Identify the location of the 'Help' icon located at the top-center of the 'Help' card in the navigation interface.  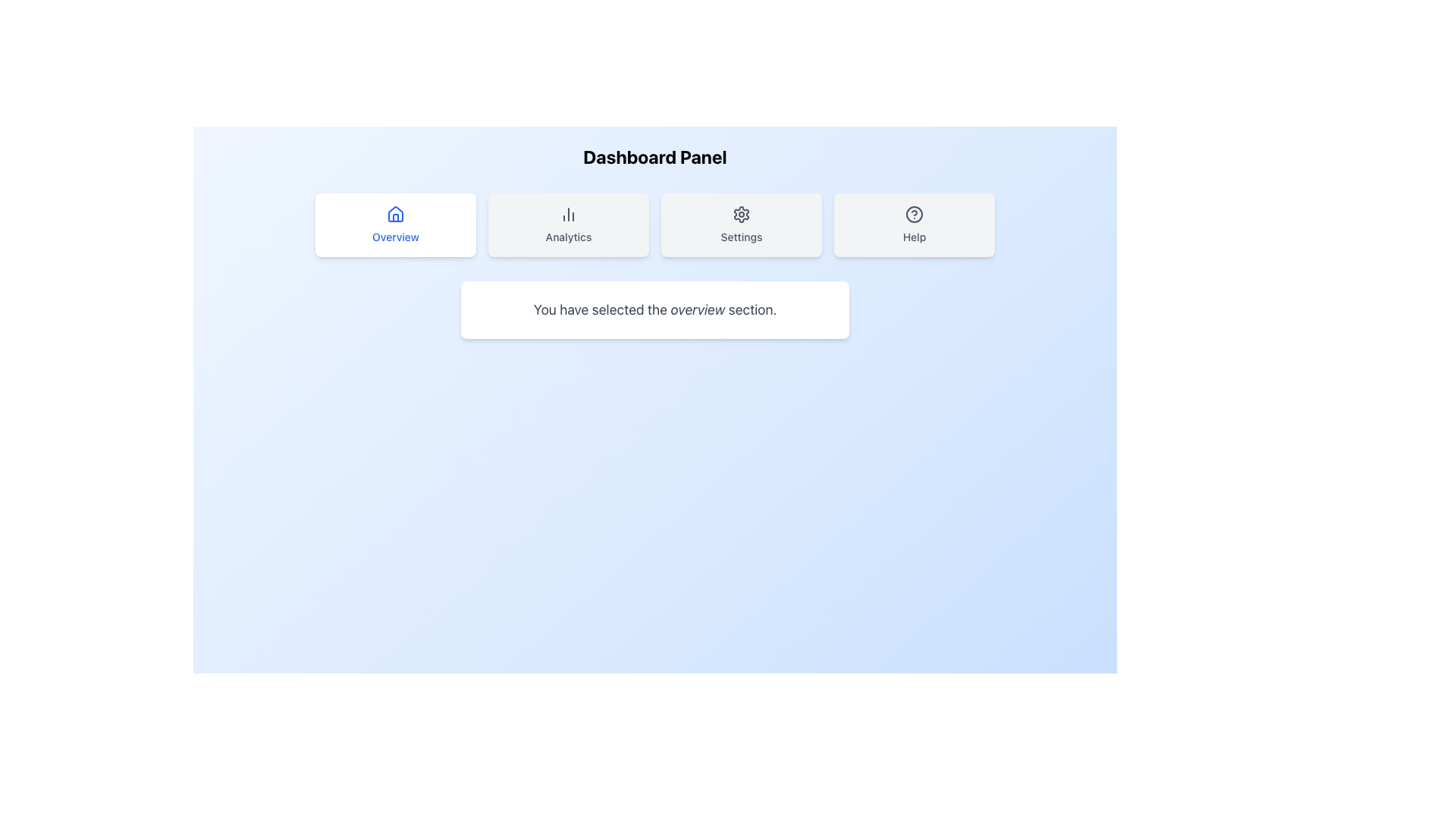
(913, 214).